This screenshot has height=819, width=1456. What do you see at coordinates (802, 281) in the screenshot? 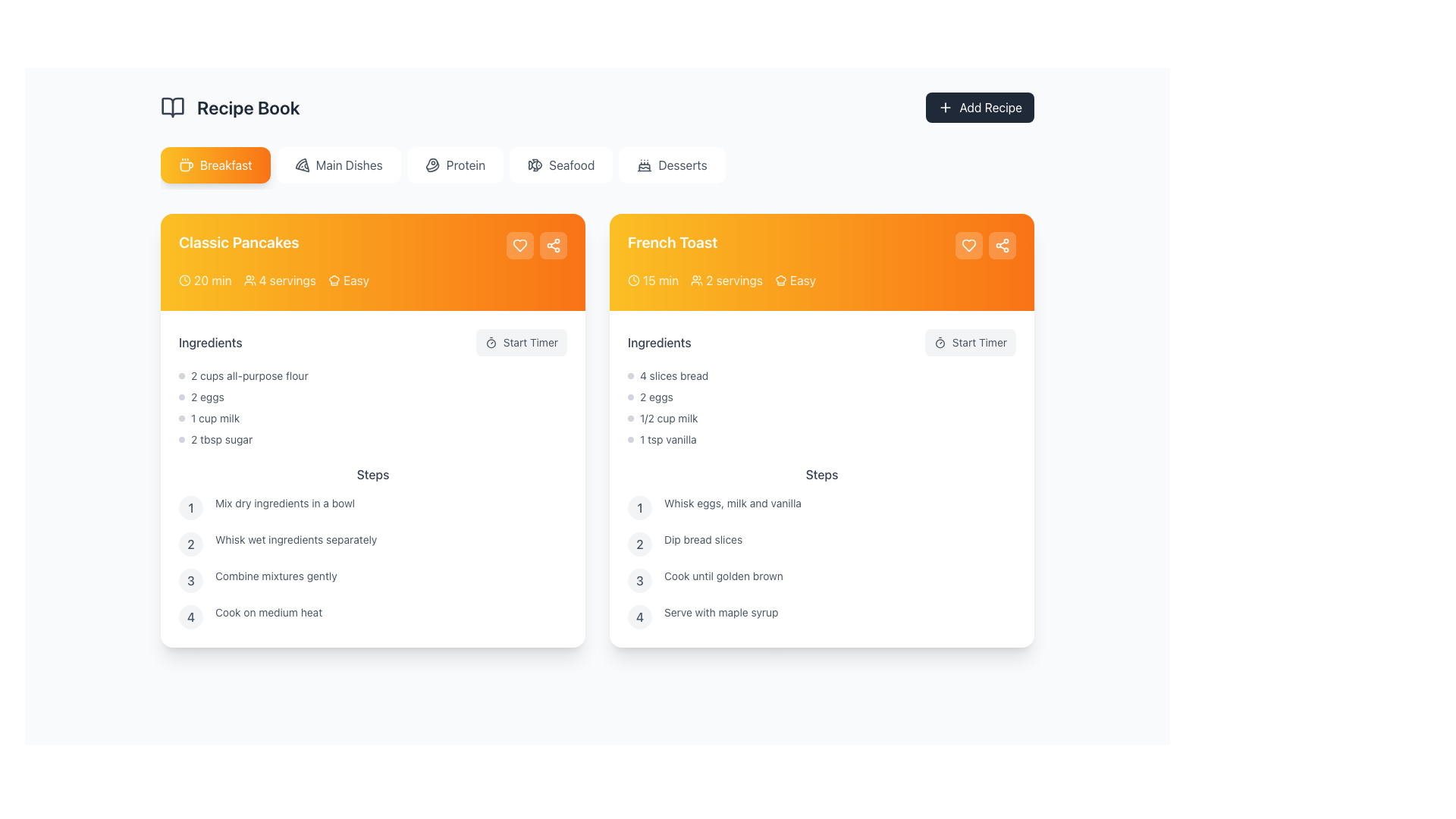
I see `the 'Easy' difficulty level text label located at the top right of the 'French Toast' recipe card, which precedes the action buttons` at bounding box center [802, 281].